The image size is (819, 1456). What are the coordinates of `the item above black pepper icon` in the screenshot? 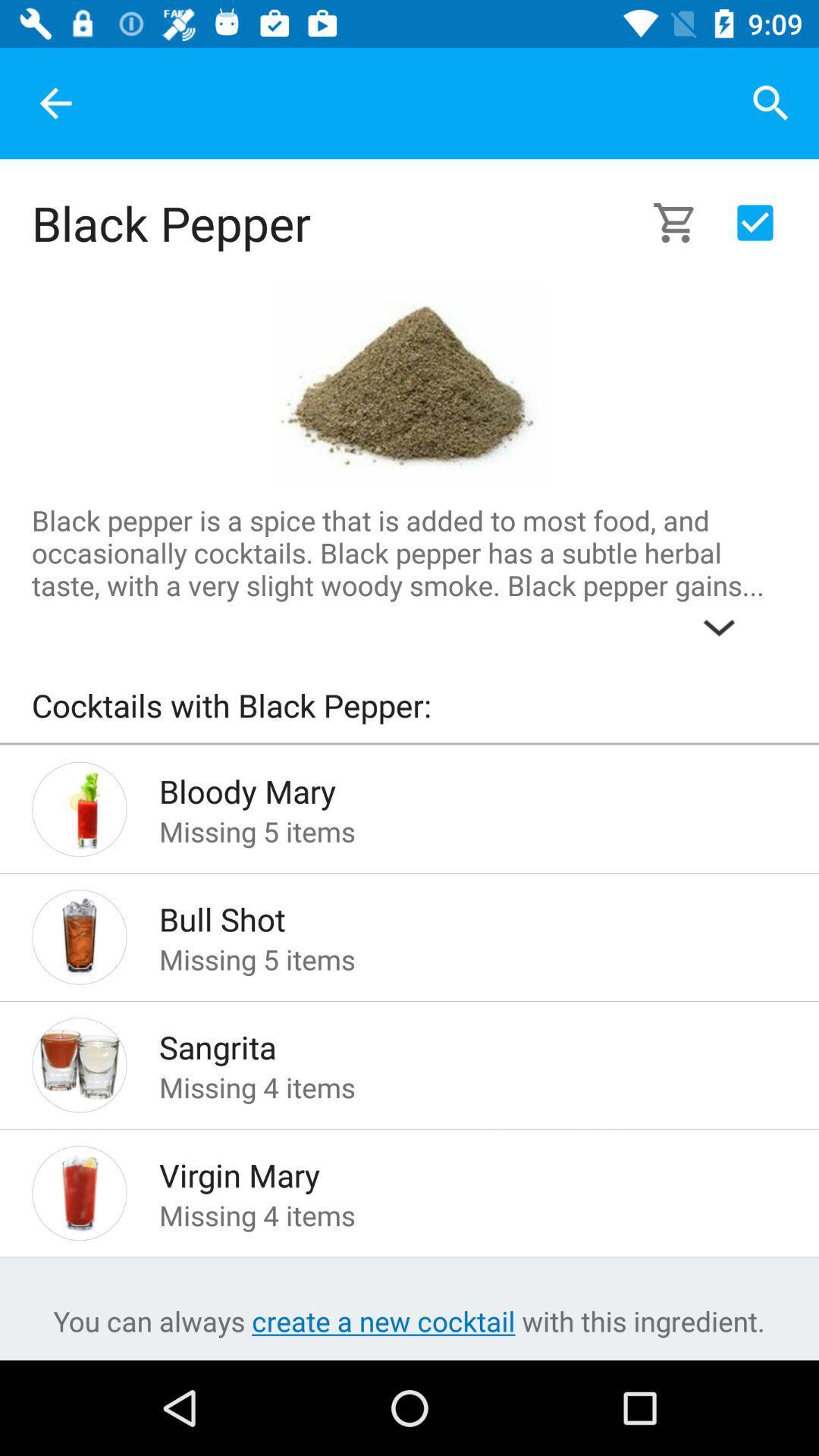 It's located at (55, 102).